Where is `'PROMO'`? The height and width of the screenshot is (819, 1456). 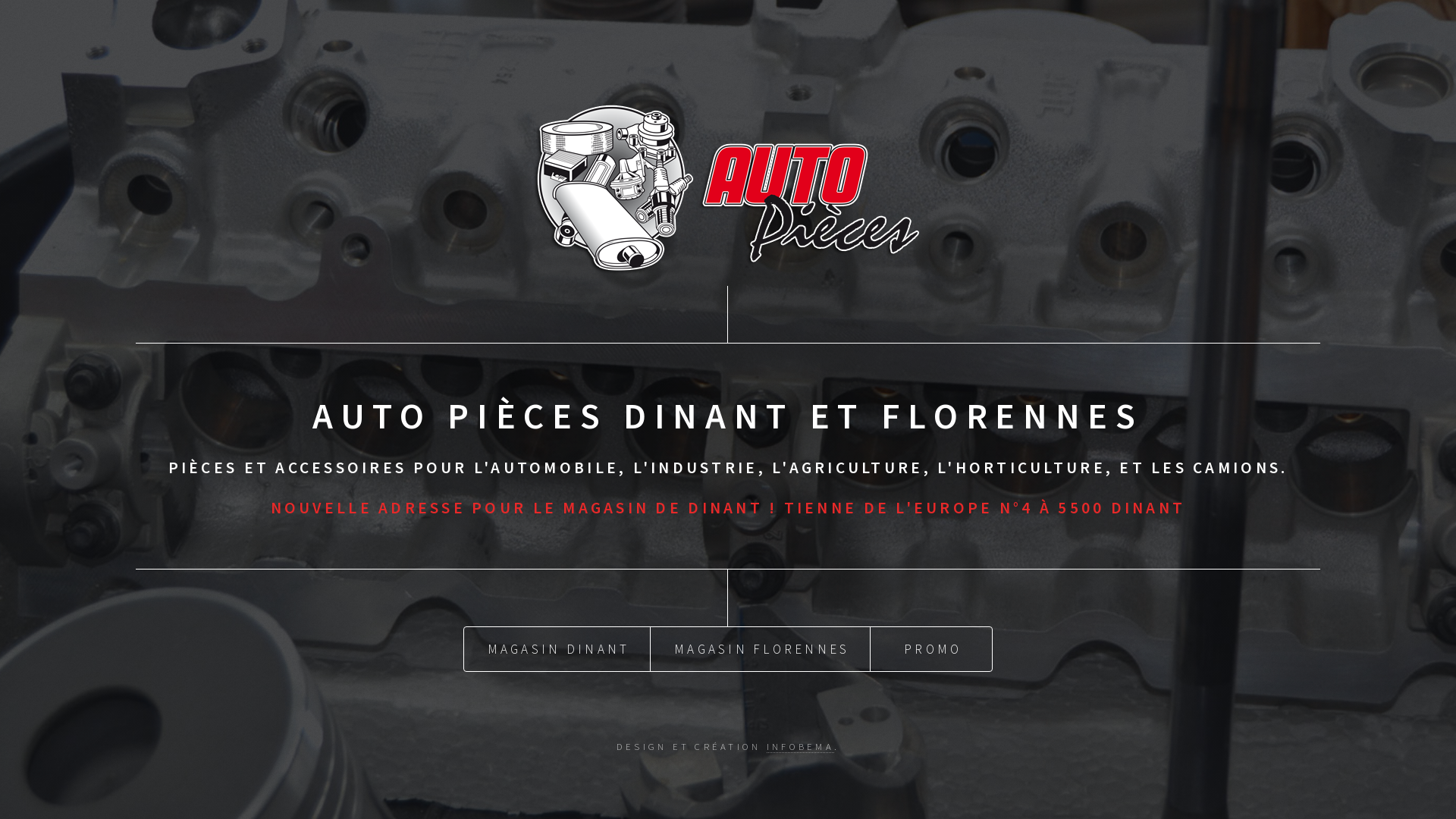 'PROMO' is located at coordinates (930, 648).